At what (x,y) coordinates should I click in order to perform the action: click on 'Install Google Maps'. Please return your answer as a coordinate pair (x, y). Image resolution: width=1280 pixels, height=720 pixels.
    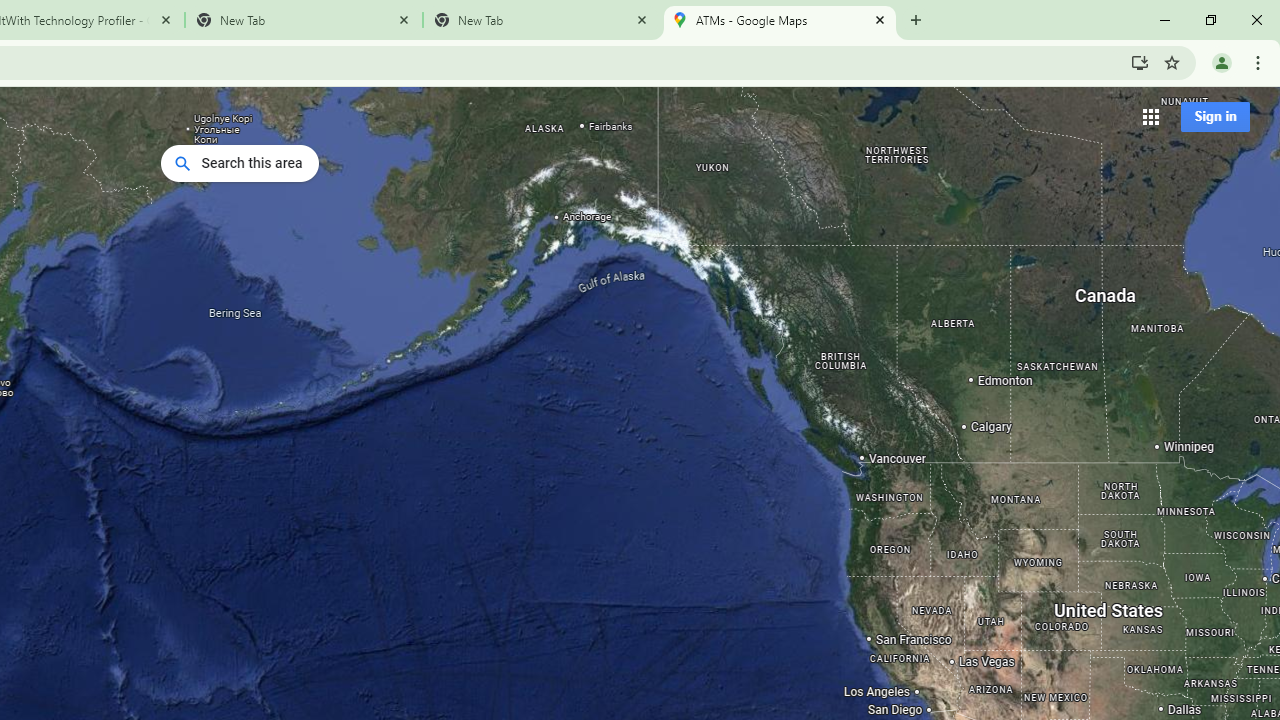
    Looking at the image, I should click on (1139, 61).